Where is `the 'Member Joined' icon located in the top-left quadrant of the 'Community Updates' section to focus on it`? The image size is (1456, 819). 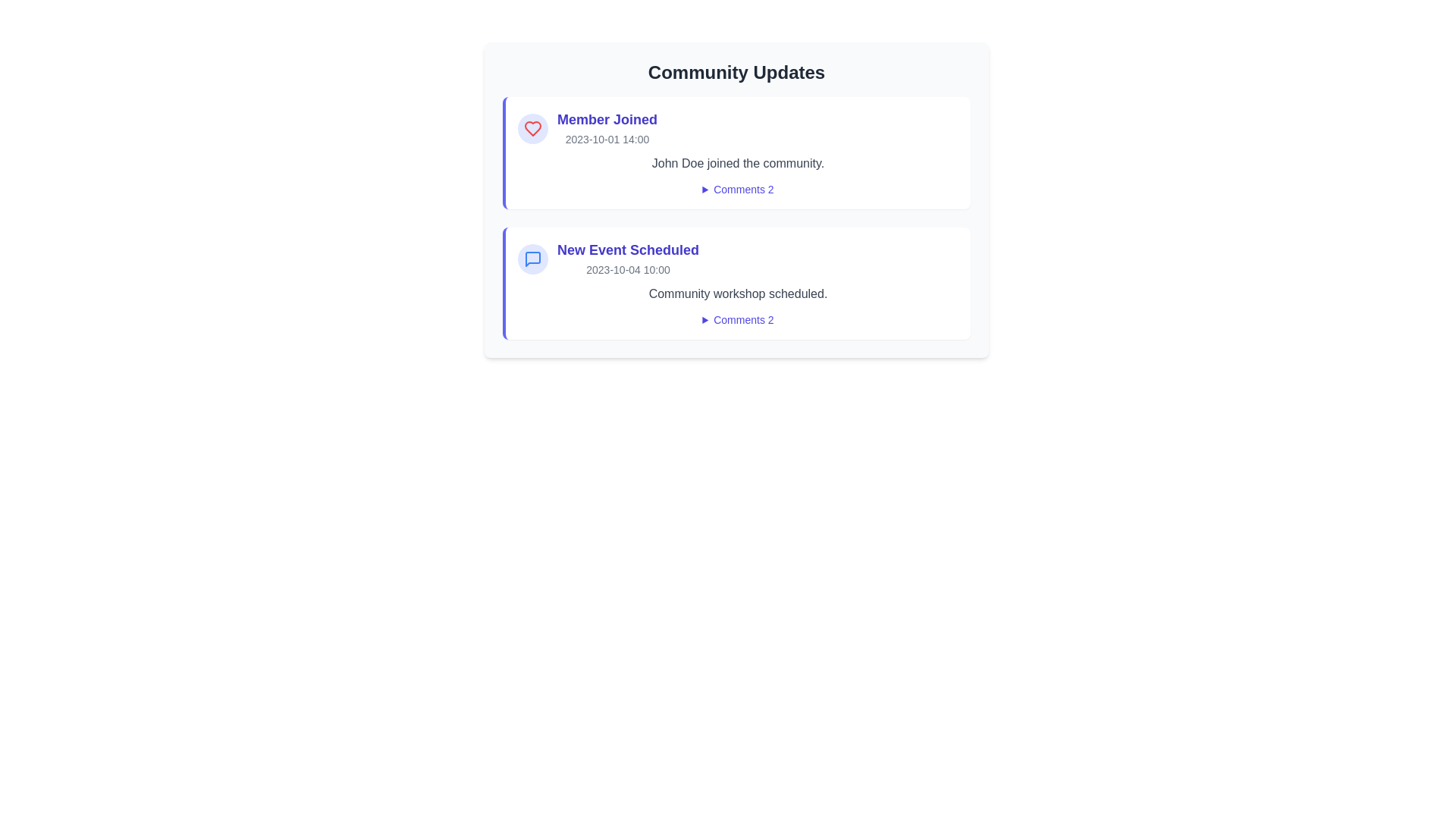
the 'Member Joined' icon located in the top-left quadrant of the 'Community Updates' section to focus on it is located at coordinates (532, 127).